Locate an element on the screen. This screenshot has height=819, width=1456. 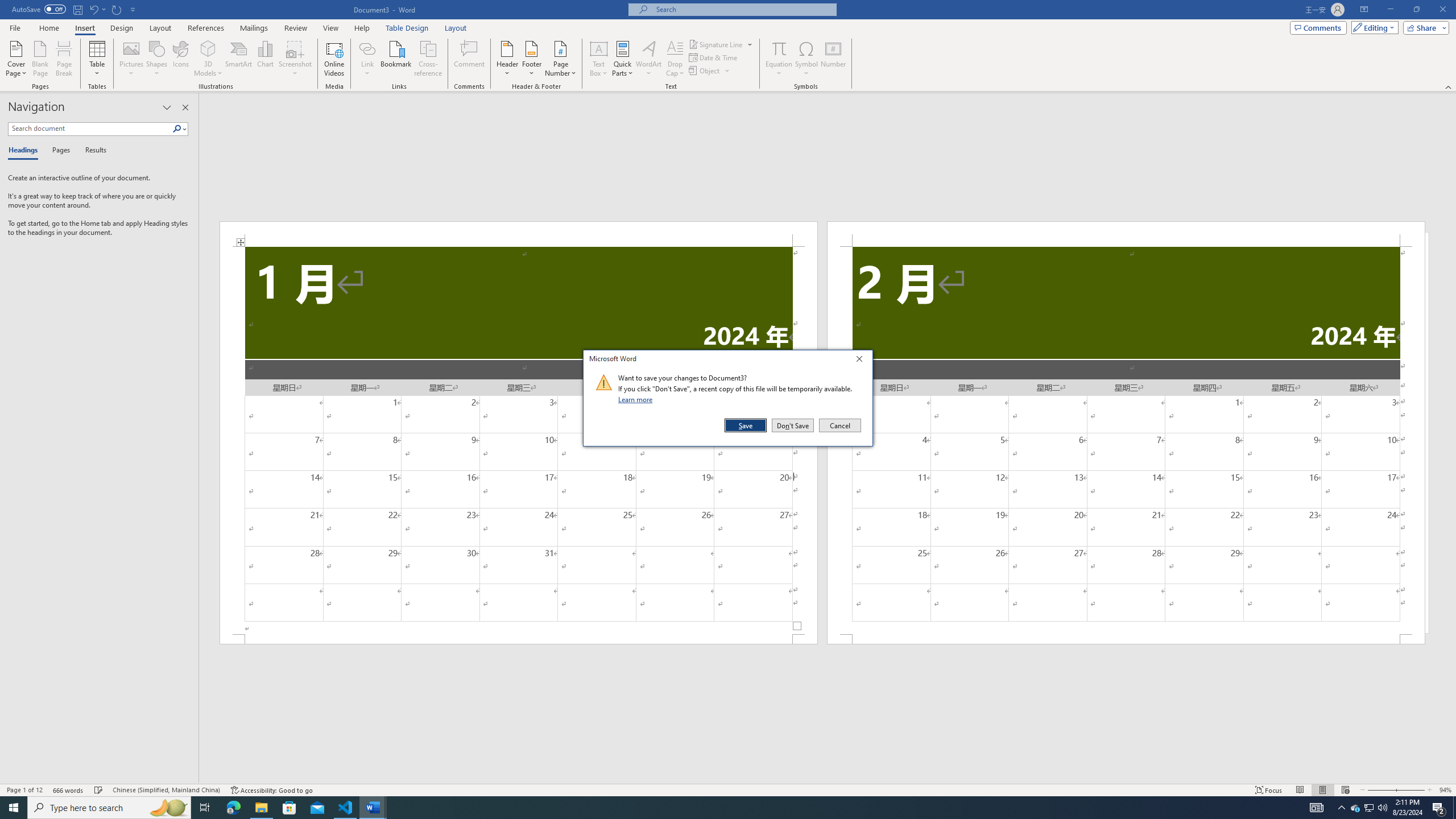
'Type here to search' is located at coordinates (109, 806).